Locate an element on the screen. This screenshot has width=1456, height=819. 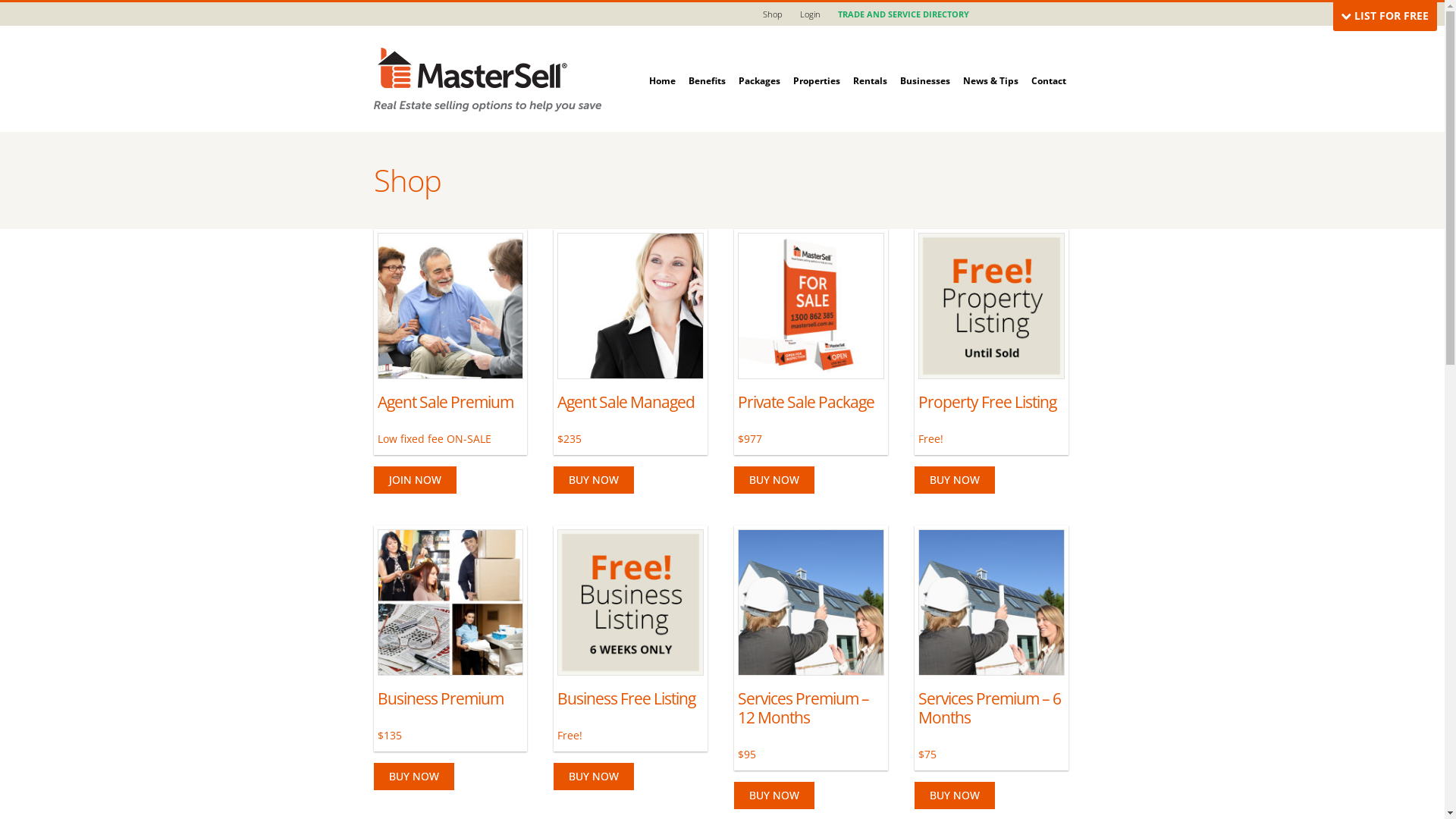
'TRADE AND SERVICE DIRECTORY' is located at coordinates (829, 14).